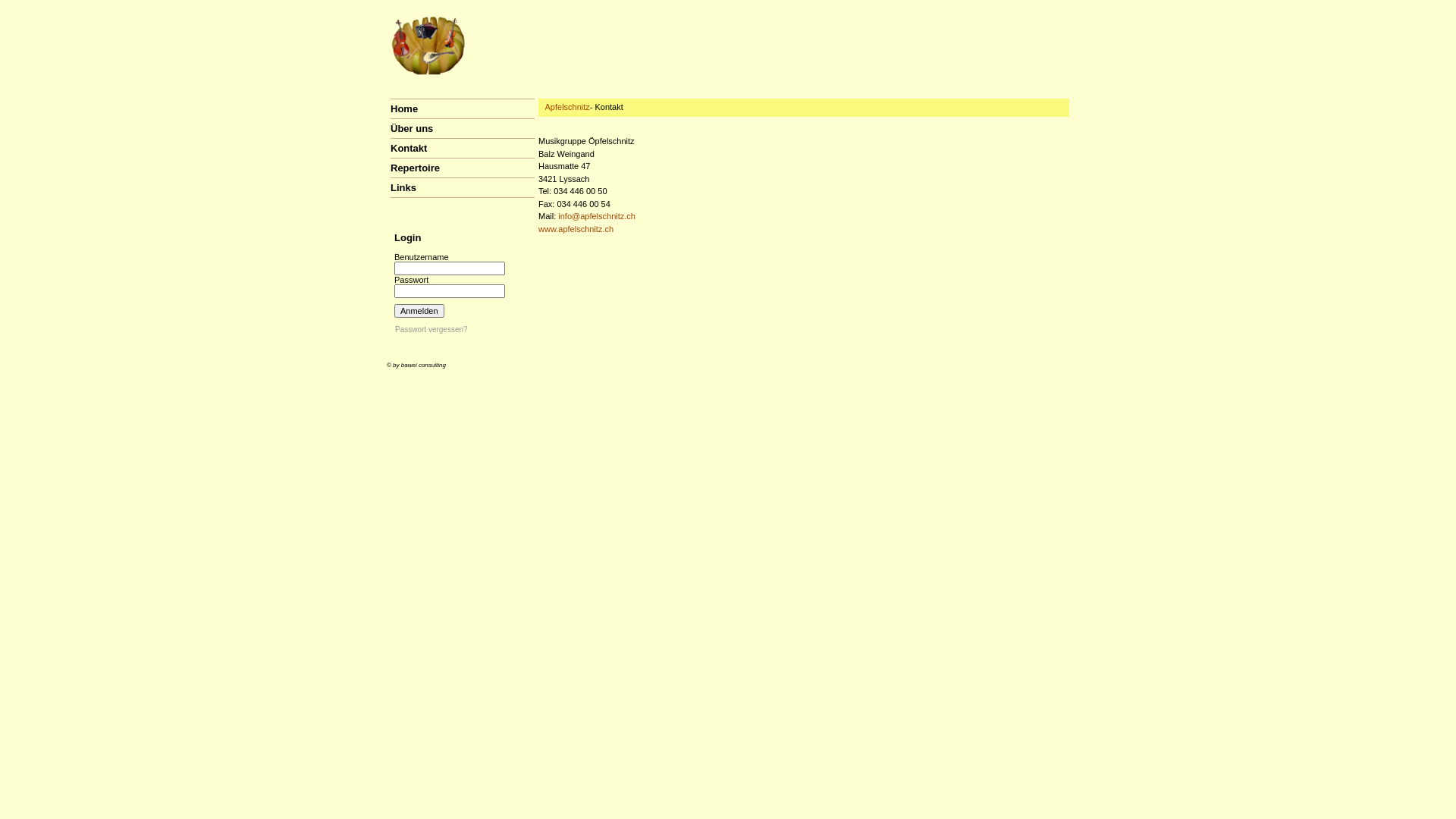 The height and width of the screenshot is (819, 1456). What do you see at coordinates (395, 328) in the screenshot?
I see `'Passwort vergessen?'` at bounding box center [395, 328].